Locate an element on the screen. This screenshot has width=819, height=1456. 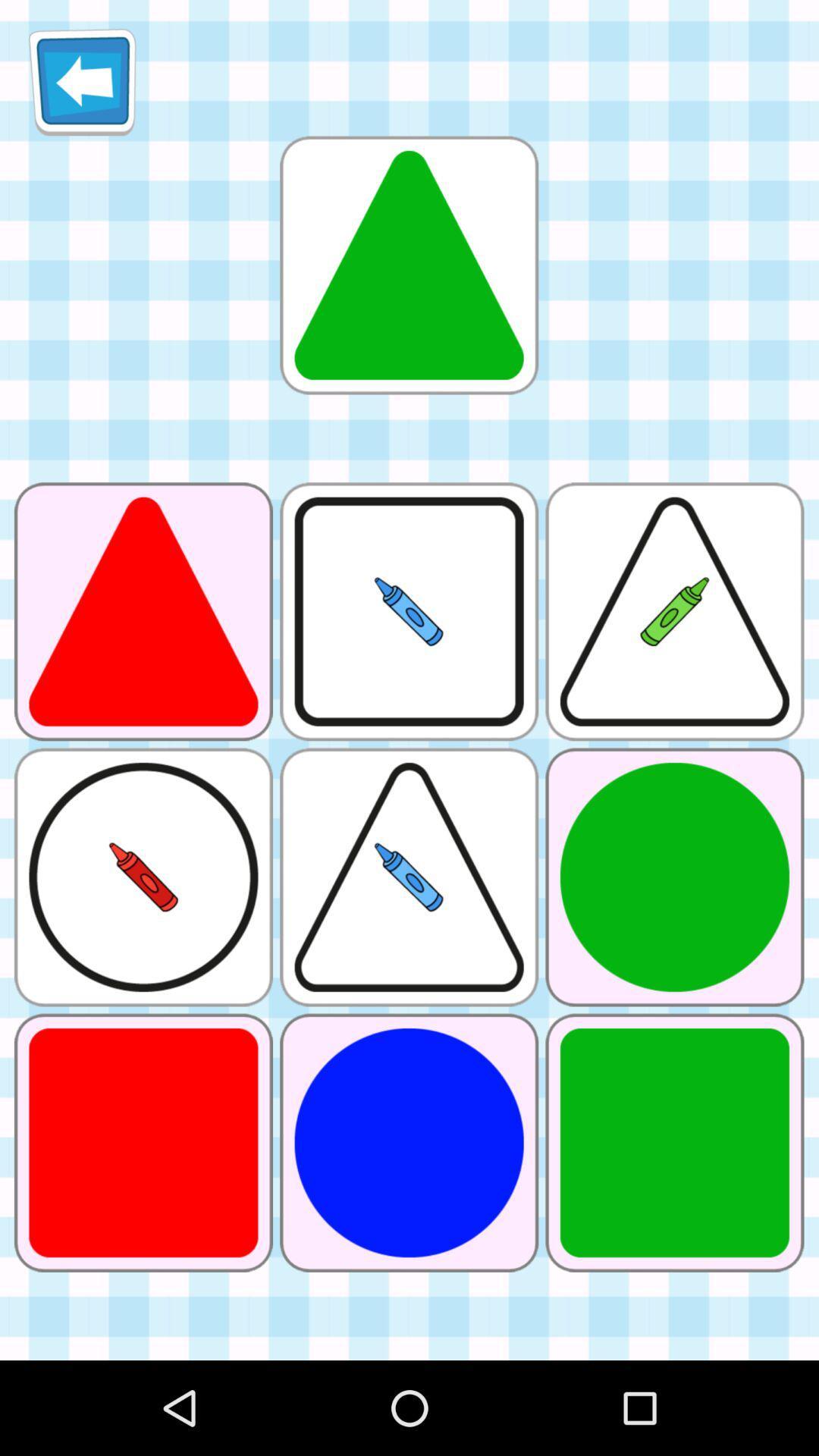
match green triangle is located at coordinates (408, 265).